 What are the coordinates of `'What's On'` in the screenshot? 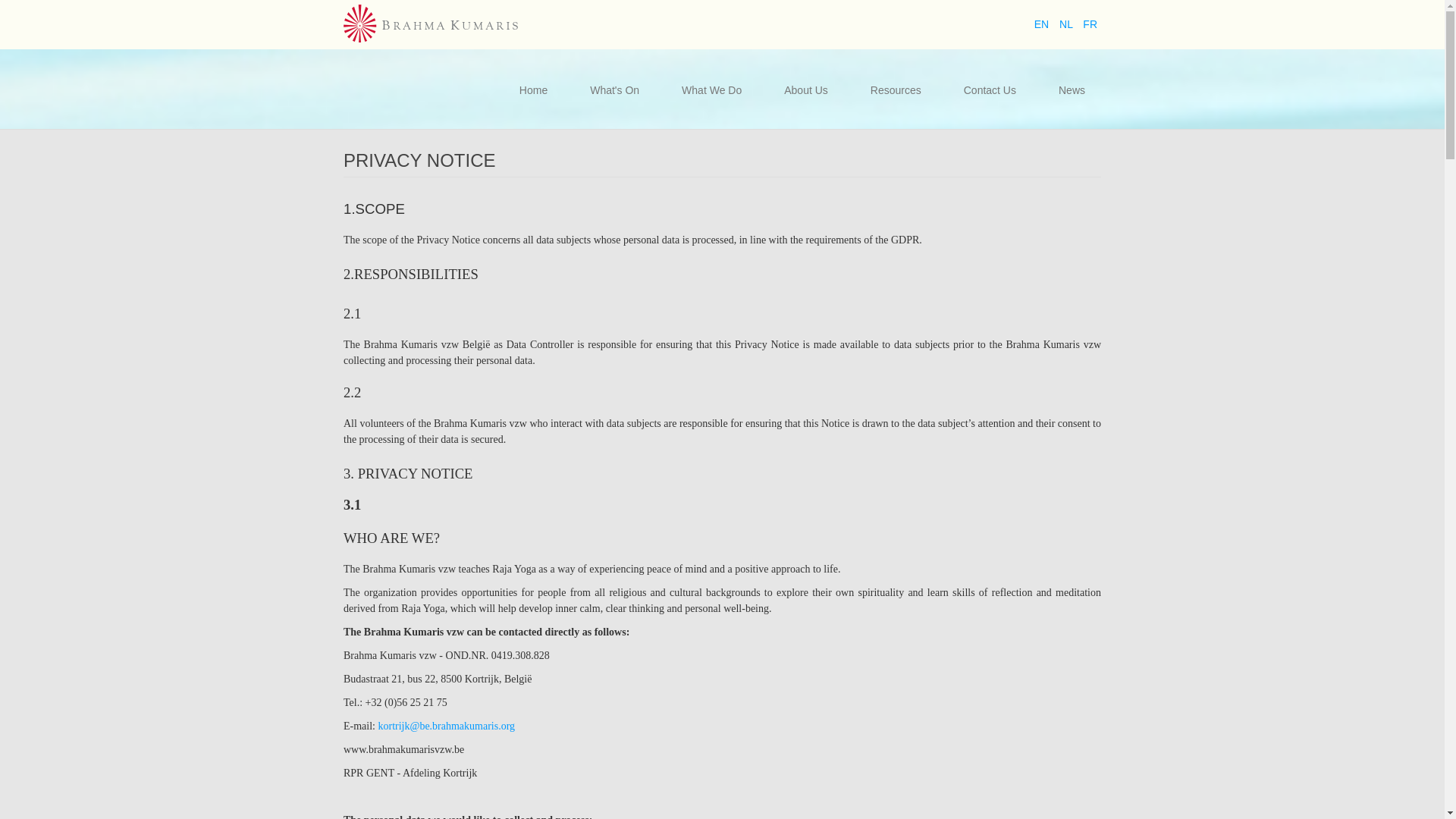 It's located at (614, 90).